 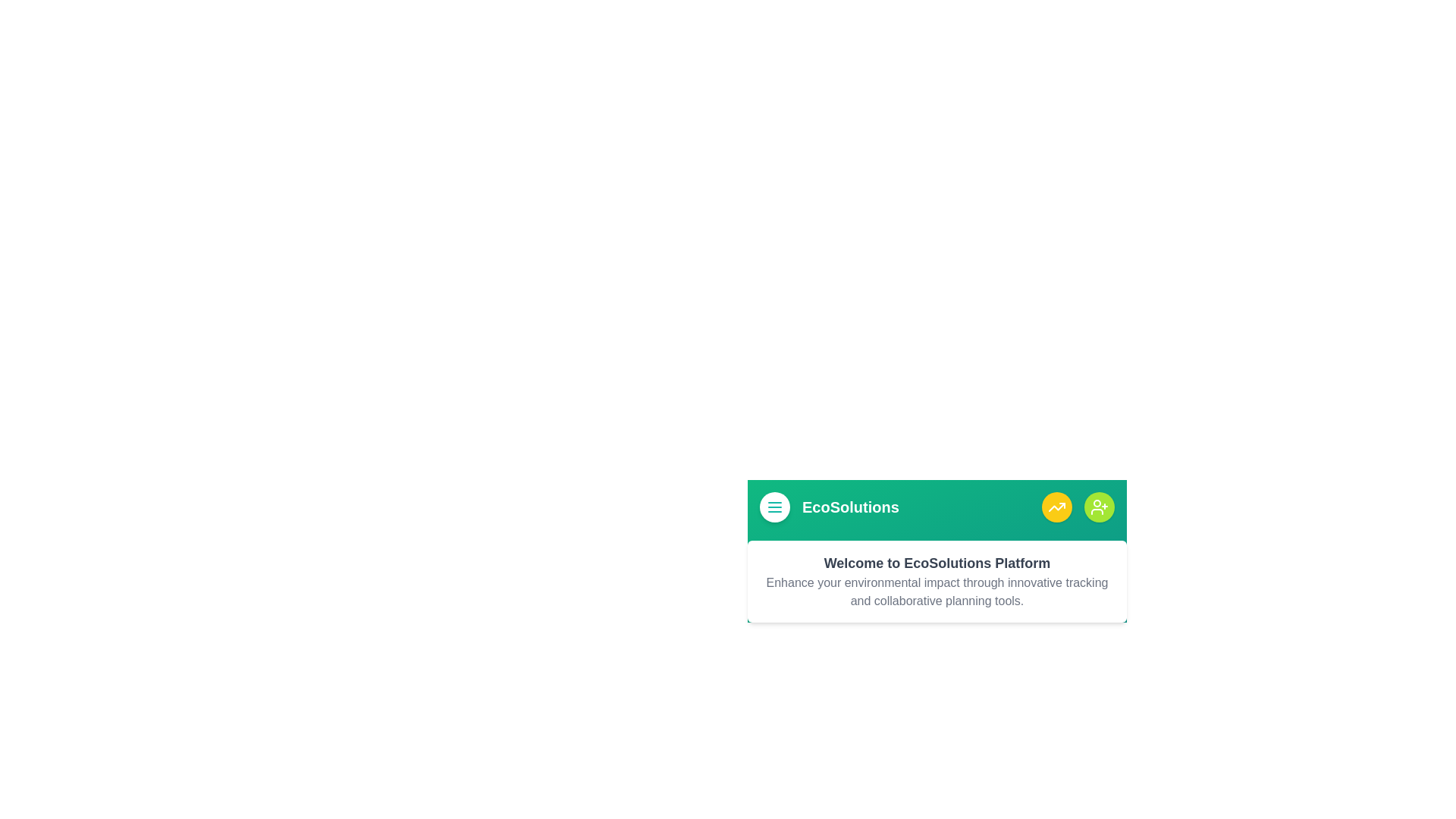 I want to click on the 'User Plus' button to add a new user, so click(x=1099, y=507).